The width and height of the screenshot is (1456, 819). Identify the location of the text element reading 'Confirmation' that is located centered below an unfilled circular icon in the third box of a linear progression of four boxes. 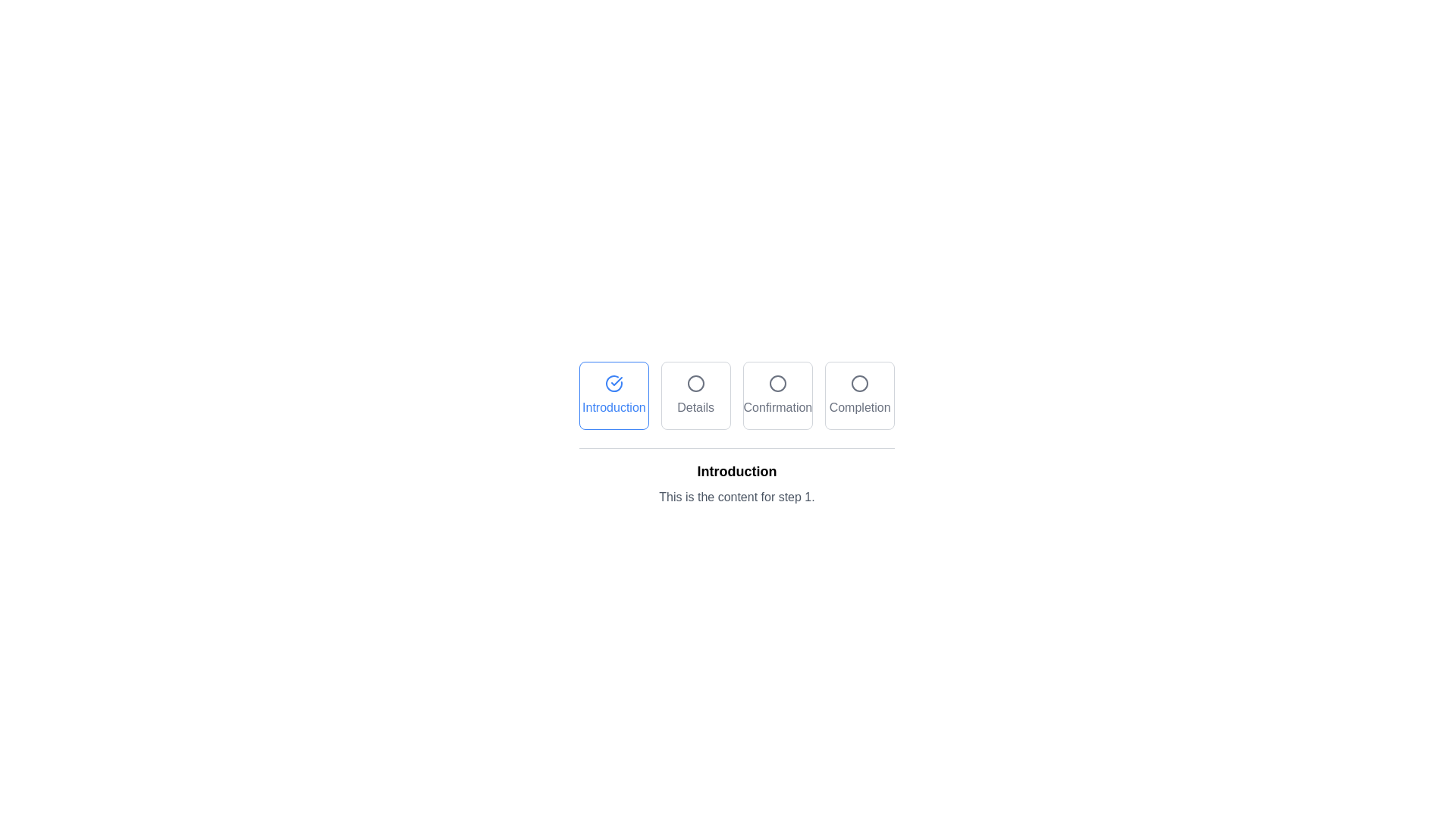
(777, 406).